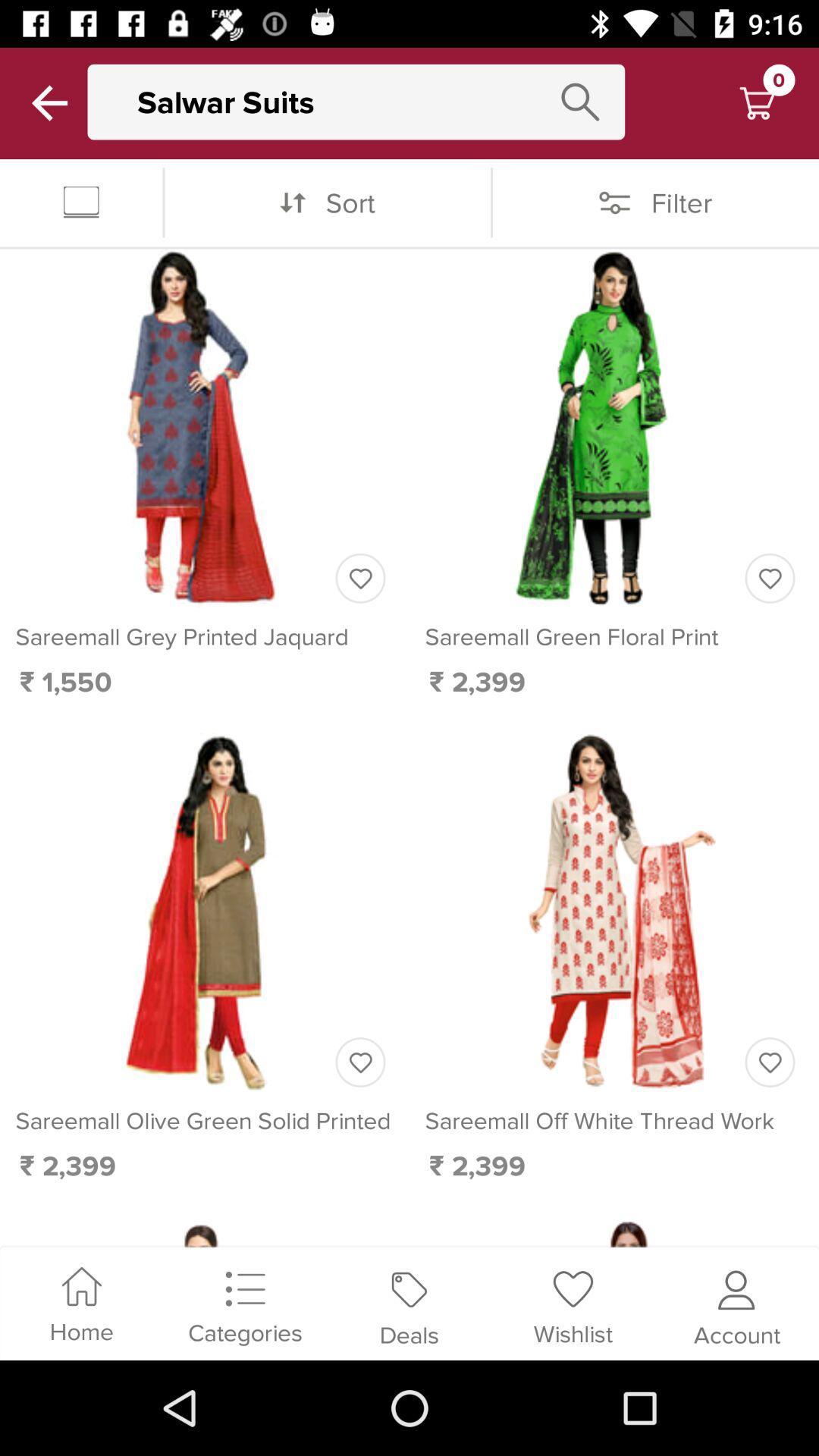 Image resolution: width=819 pixels, height=1456 pixels. Describe the element at coordinates (360, 1062) in the screenshot. I see `love this item` at that location.